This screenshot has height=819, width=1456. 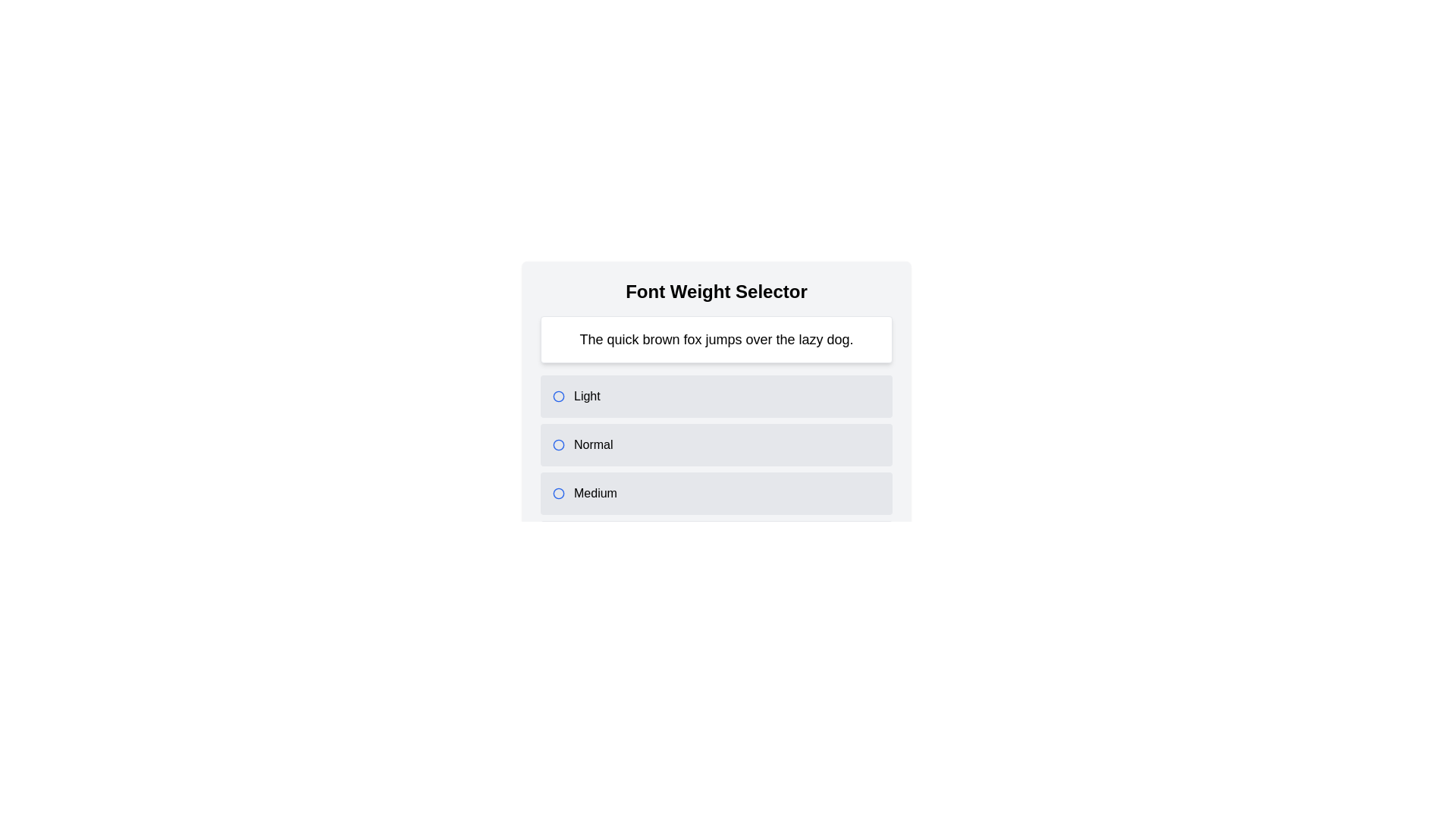 What do you see at coordinates (716, 444) in the screenshot?
I see `the 'Normal' radio button option, which is the second option in the vertical list of selectable items for font weight` at bounding box center [716, 444].